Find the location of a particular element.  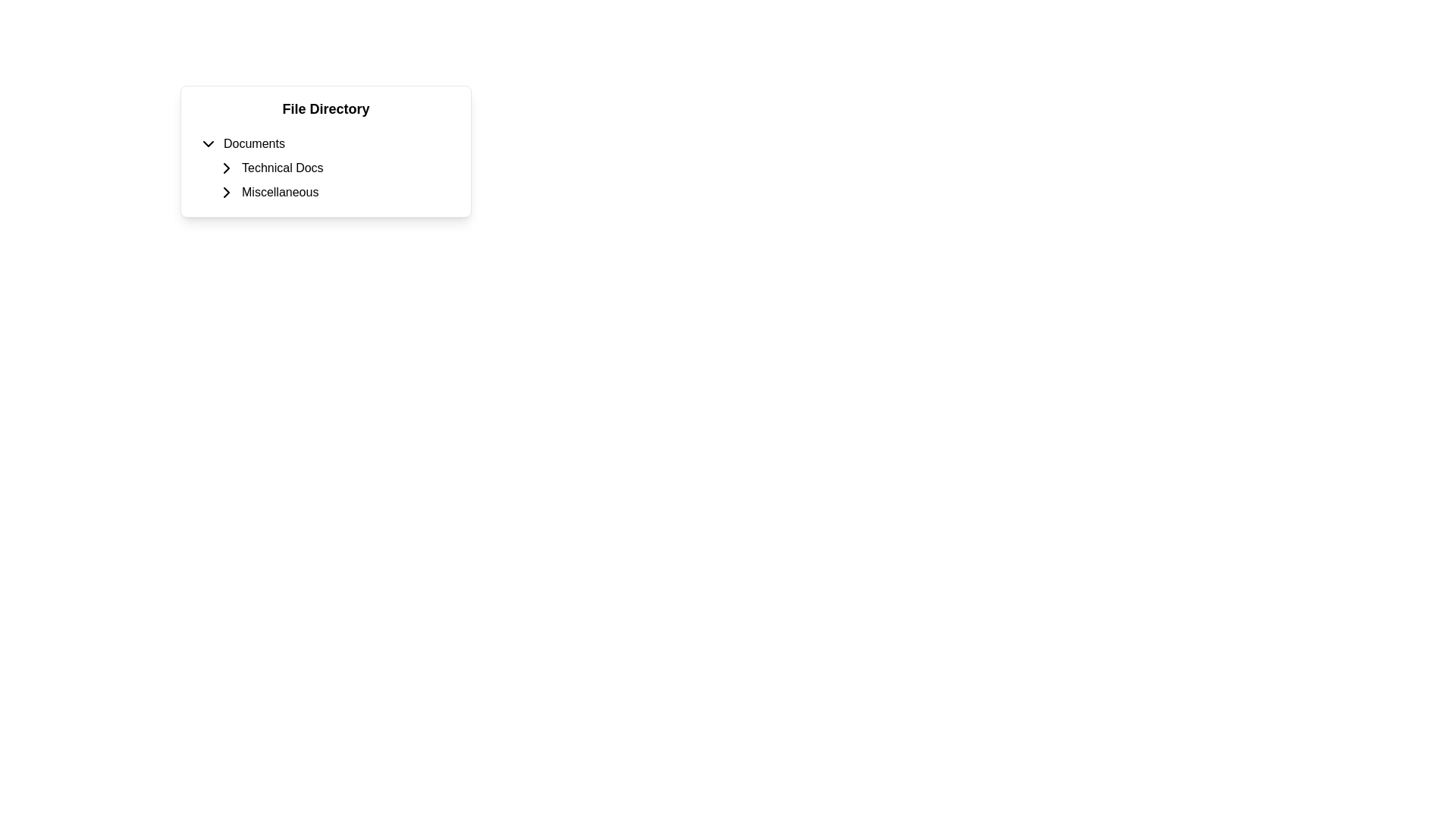

the icon-based button located to the left of 'Technical Docs' in the file directory UI is located at coordinates (225, 168).